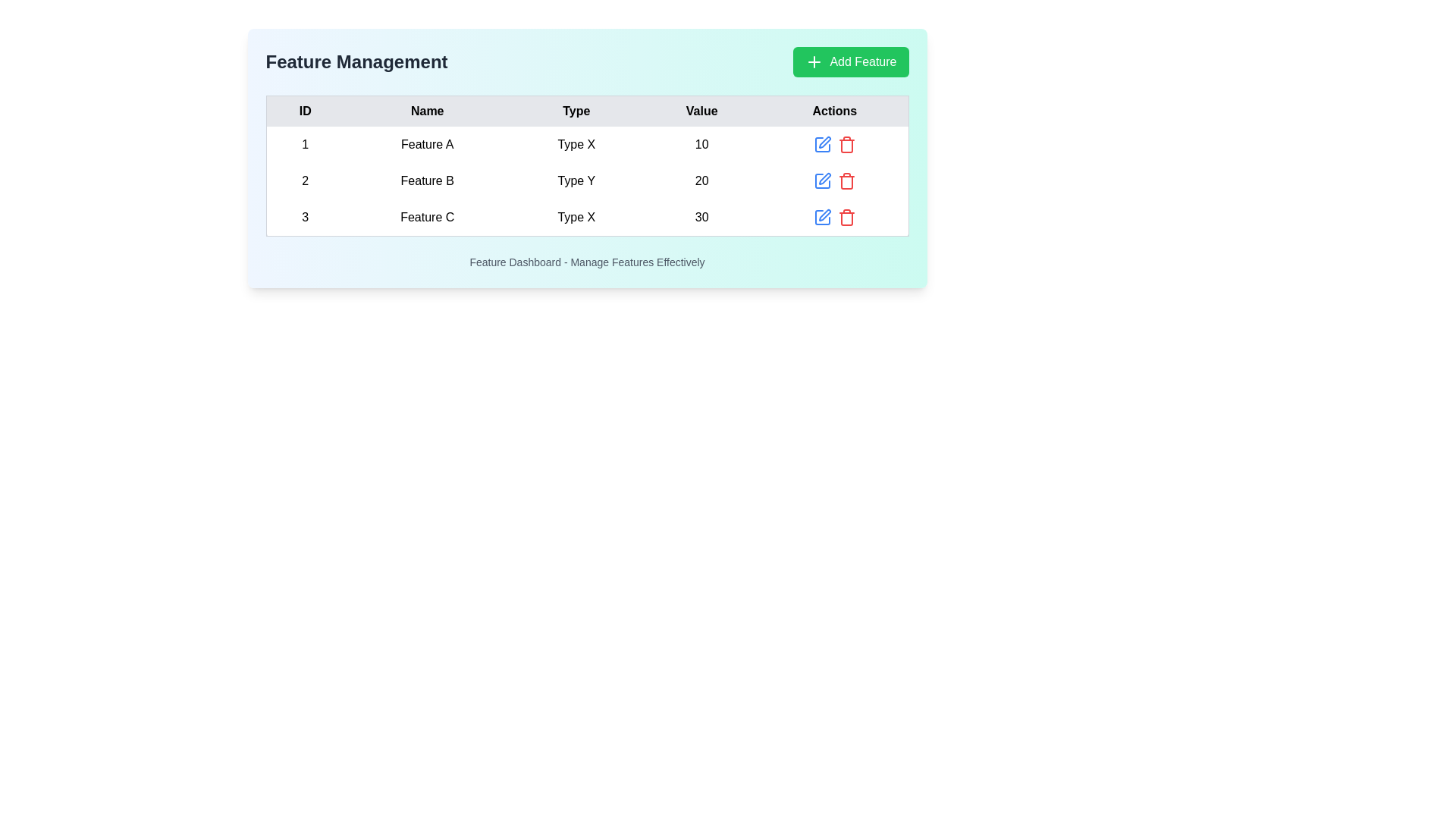  Describe the element at coordinates (304, 110) in the screenshot. I see `the table header cell containing the bold, capitalized text 'ID' with a light gray background, located in the top-left part of the table` at that location.